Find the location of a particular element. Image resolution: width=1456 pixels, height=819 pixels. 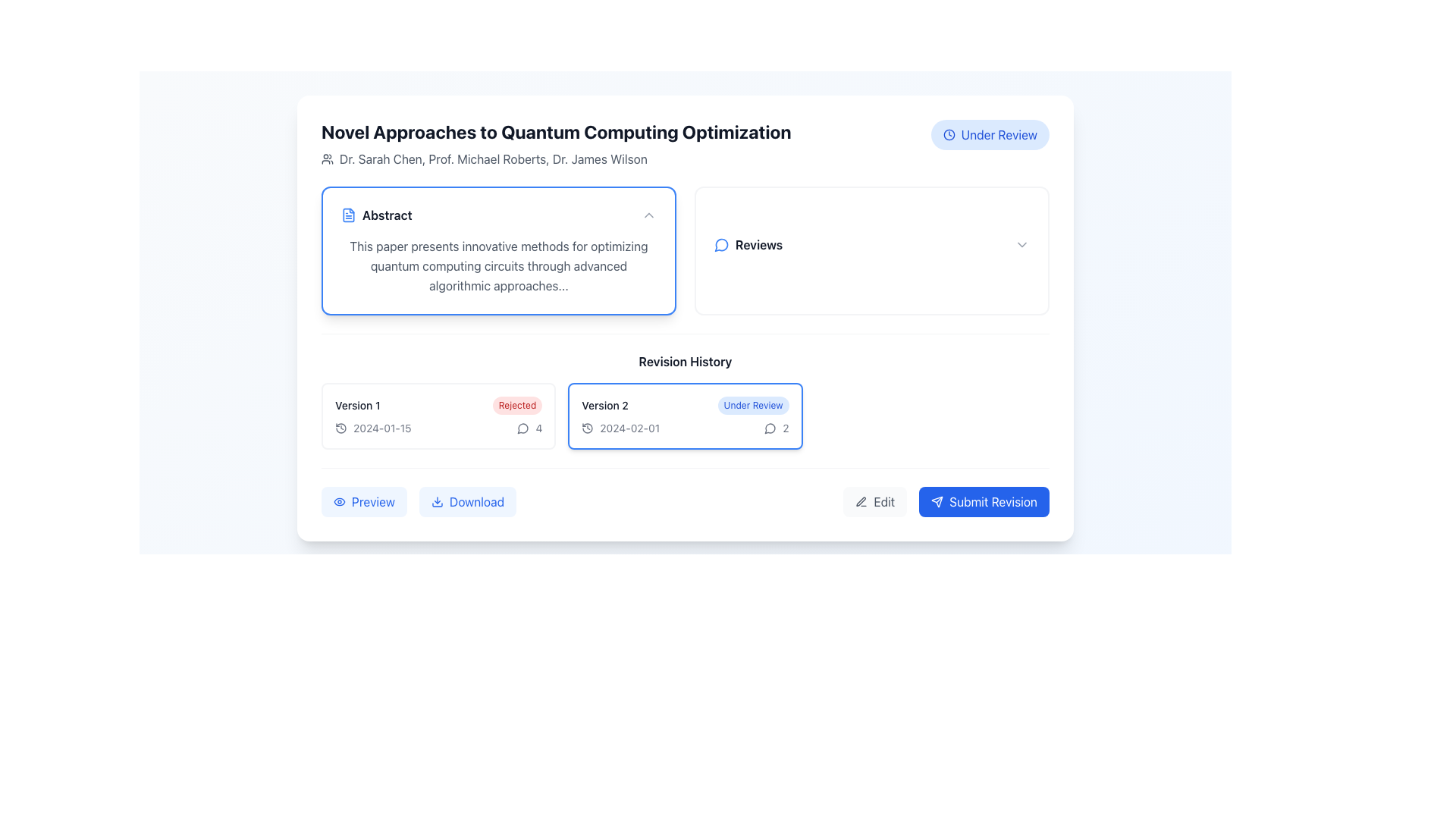

the SVG icon representing a group of people, which is part of a horizontal layout containing author names is located at coordinates (327, 158).